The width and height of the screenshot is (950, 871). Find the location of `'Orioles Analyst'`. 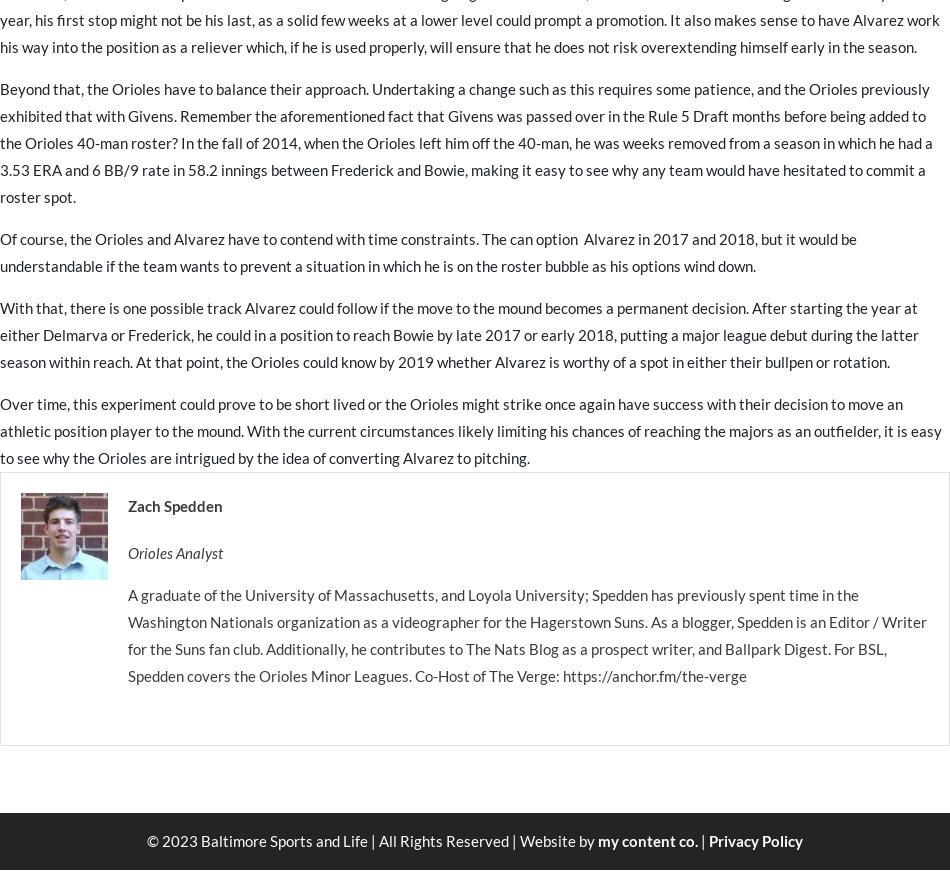

'Orioles Analyst' is located at coordinates (175, 552).